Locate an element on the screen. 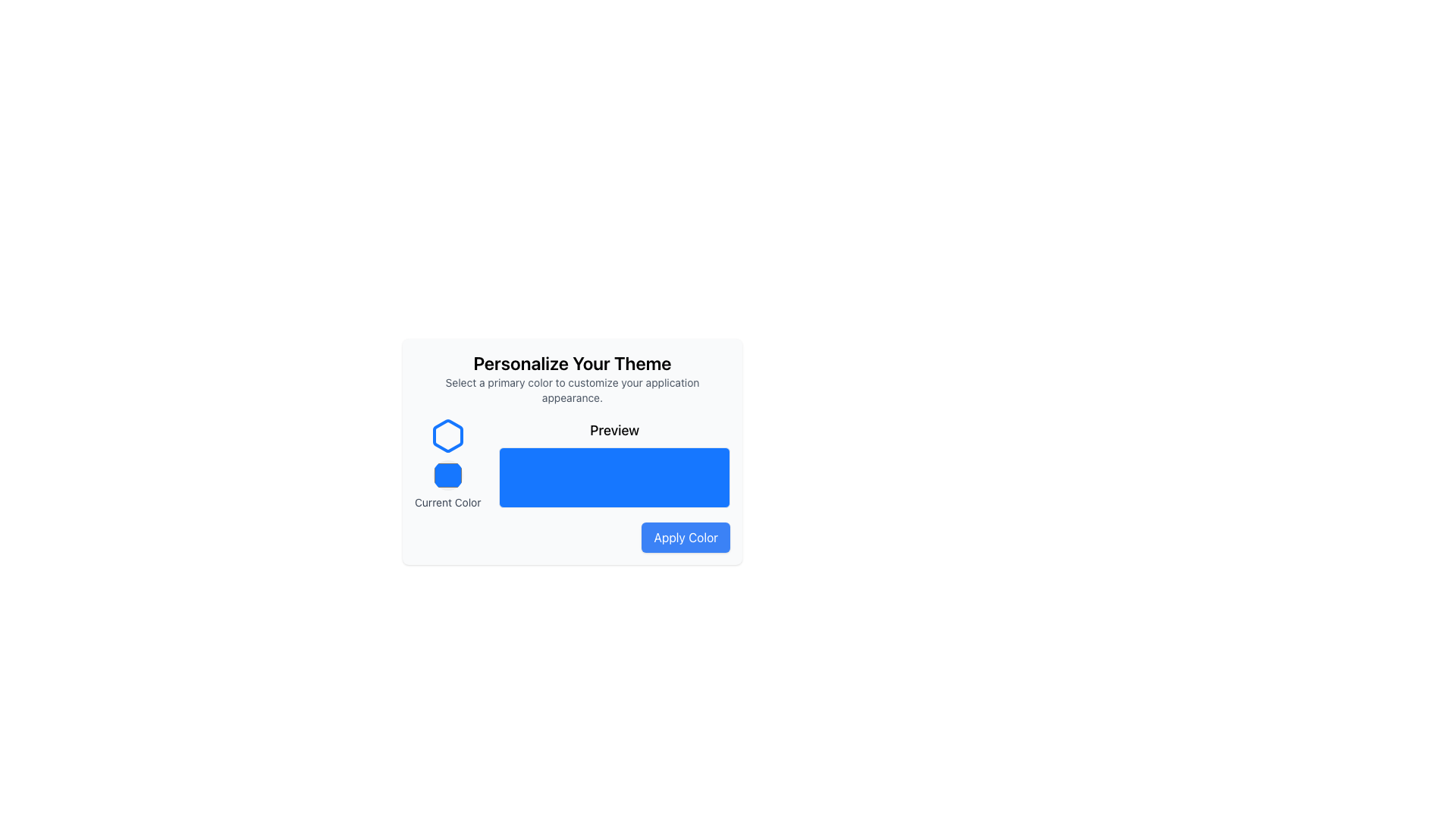  the Display box located centrally within the panel, directly below the text 'Preview' and aligned with 'Current Color' and 'Apply Color' is located at coordinates (571, 451).